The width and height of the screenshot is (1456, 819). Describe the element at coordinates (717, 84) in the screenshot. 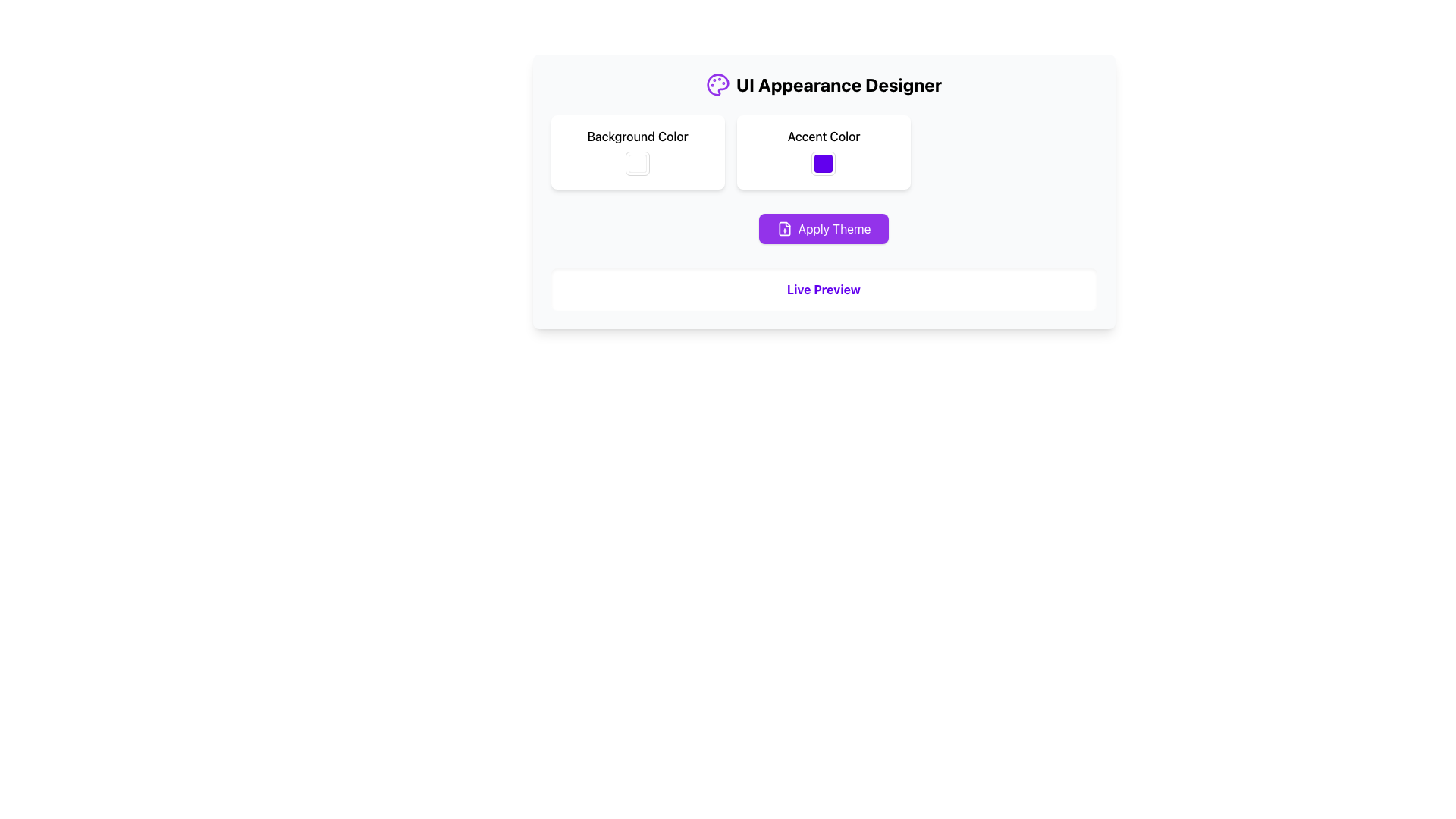

I see `the decorative icon representing the 'UI Appearance Designer' section, located to the immediate left of the text in the upper section of the webpage` at that location.